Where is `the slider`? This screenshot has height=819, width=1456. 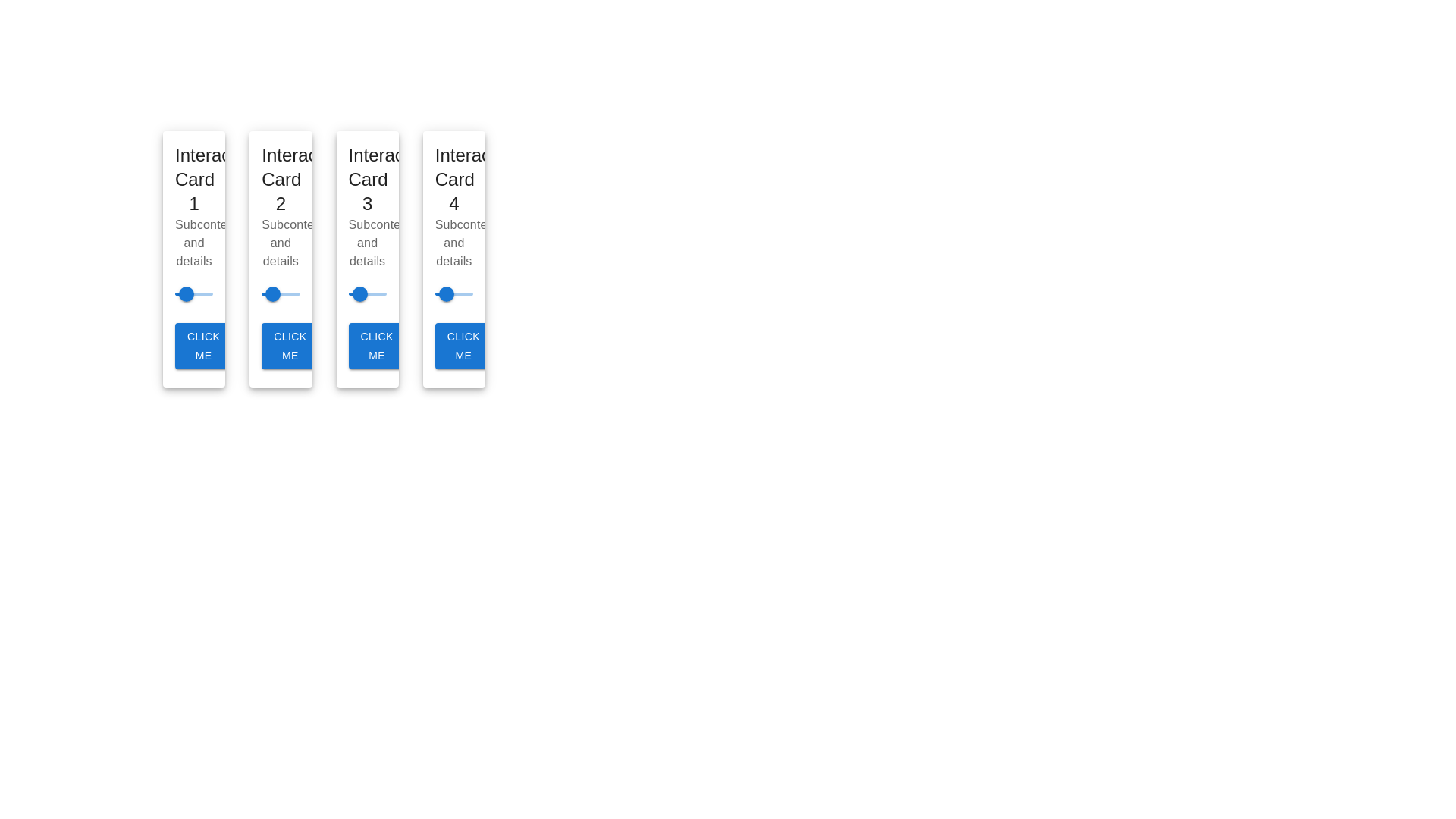 the slider is located at coordinates (296, 294).